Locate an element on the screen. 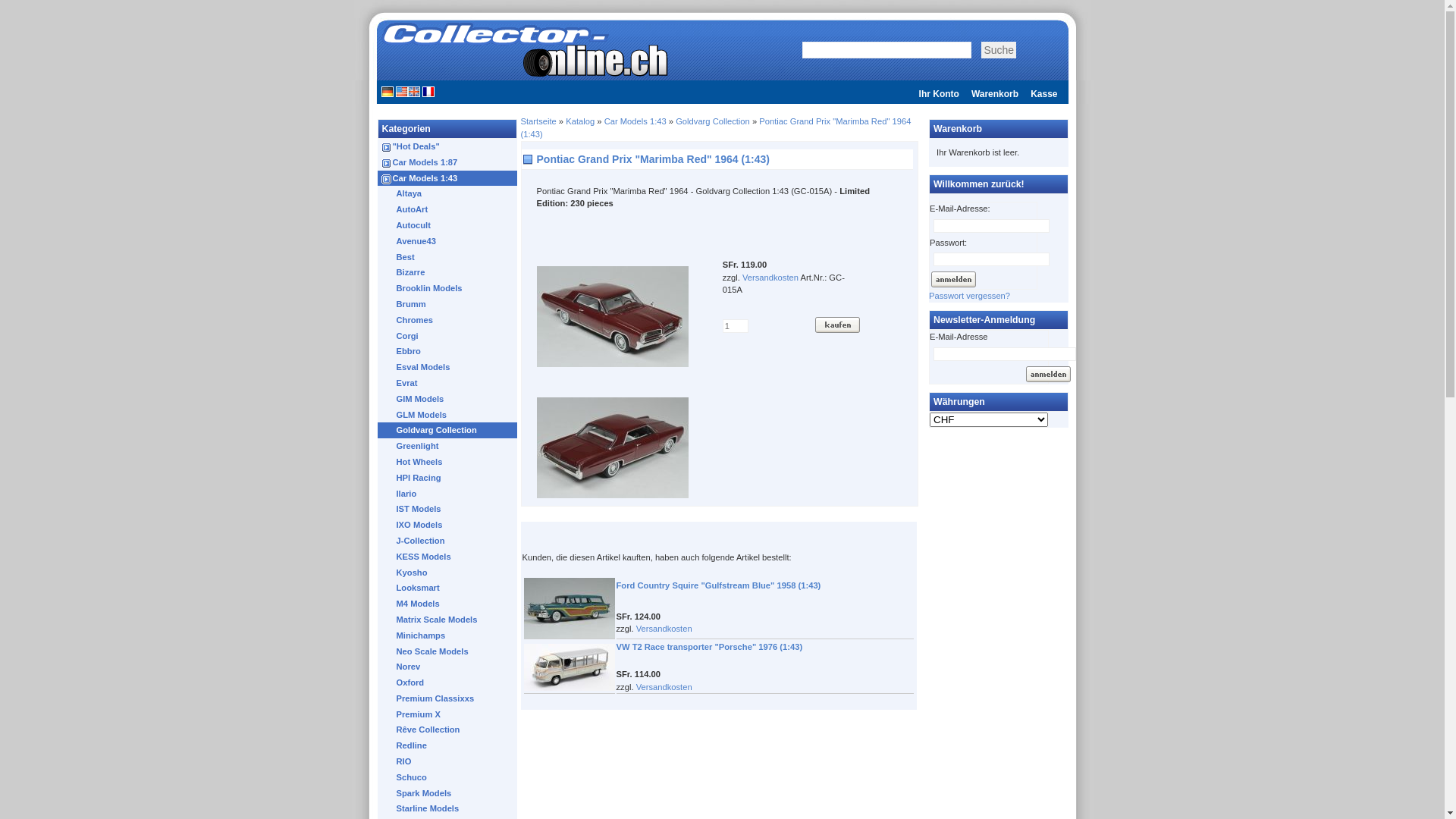  'Looksmart' is located at coordinates (449, 587).